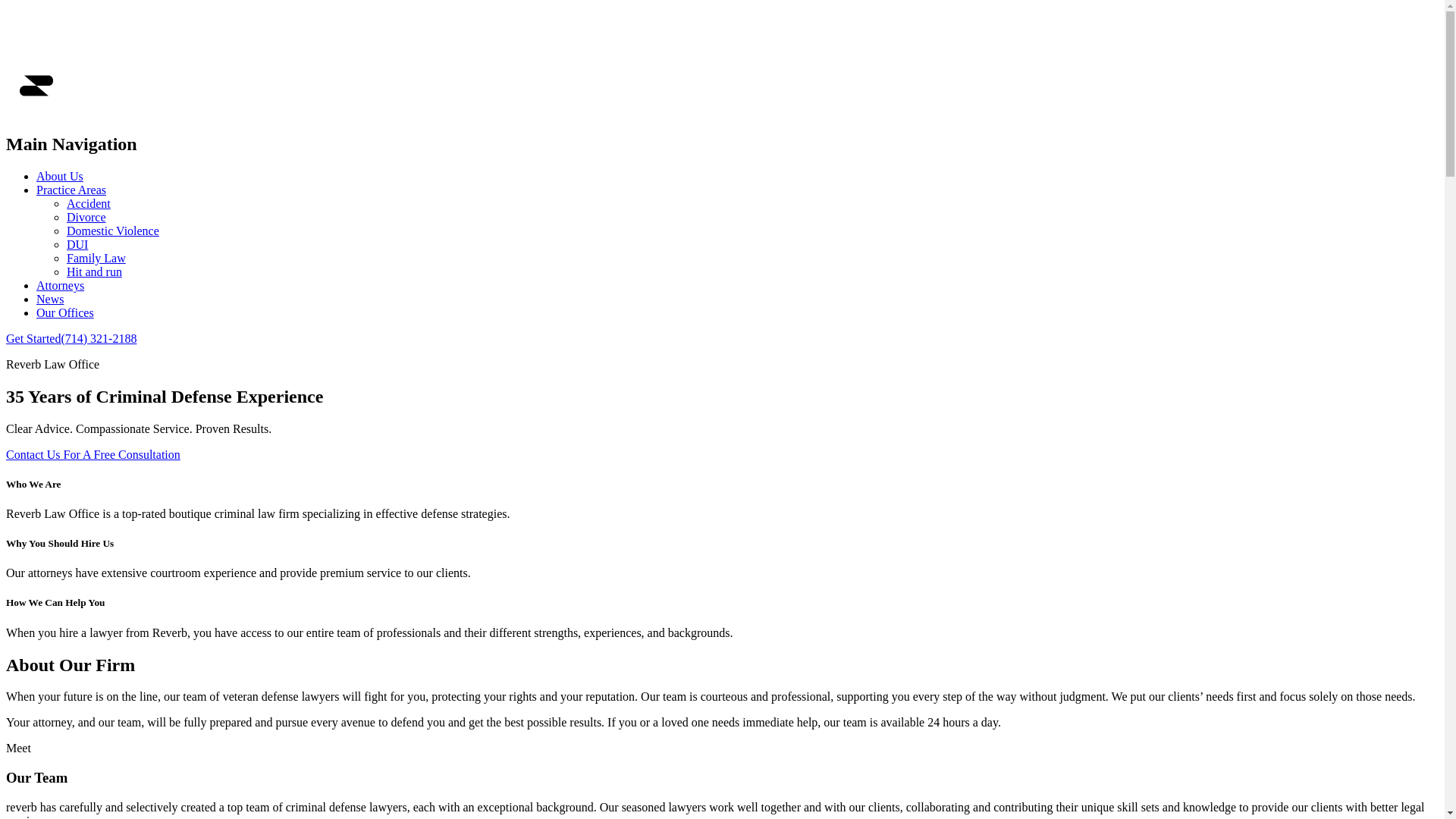 The height and width of the screenshot is (819, 1456). What do you see at coordinates (64, 312) in the screenshot?
I see `'Our Offices'` at bounding box center [64, 312].